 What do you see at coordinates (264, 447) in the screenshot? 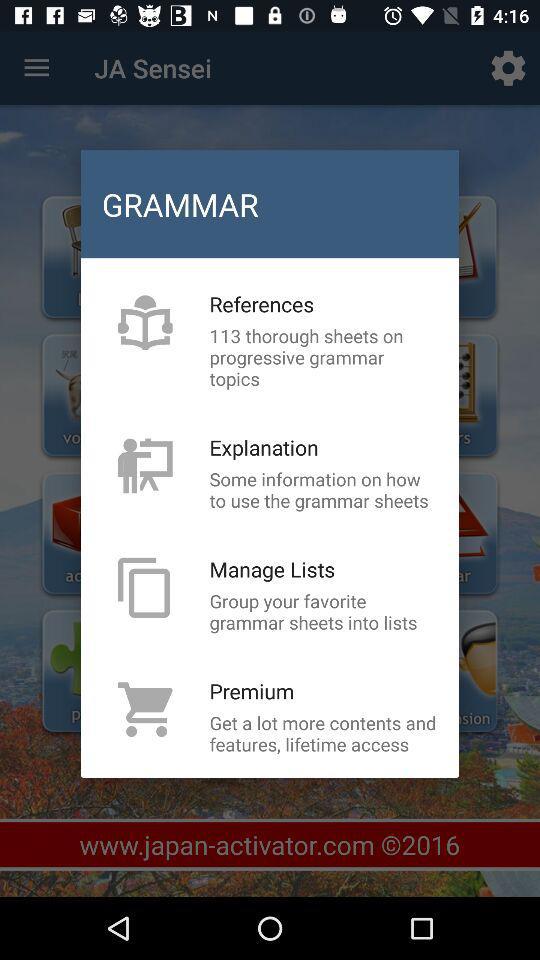
I see `icon below 113 thorough sheets icon` at bounding box center [264, 447].